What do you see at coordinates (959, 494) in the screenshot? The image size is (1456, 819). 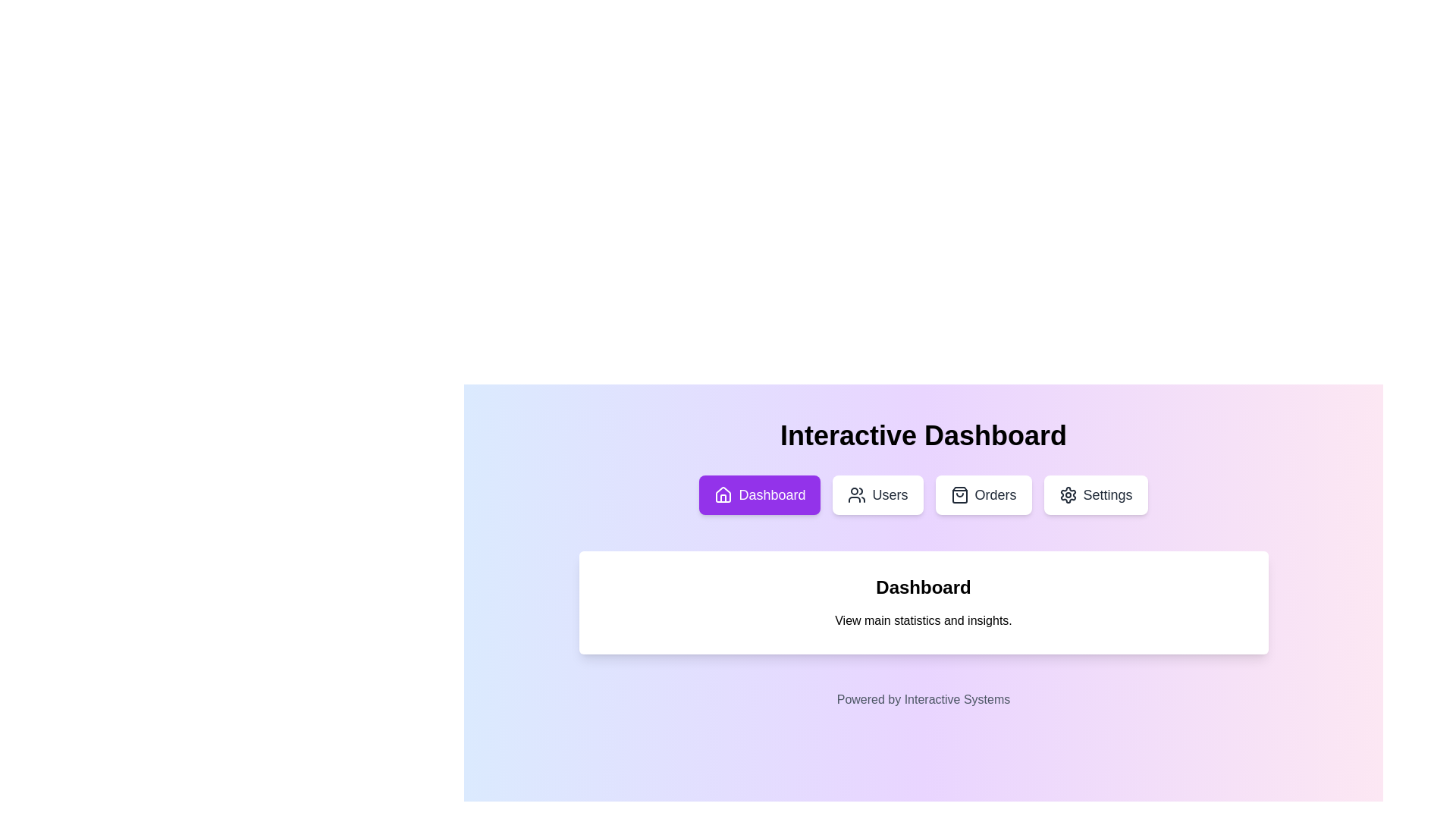 I see `the 'Orders' button in the top-center section of the interface` at bounding box center [959, 494].